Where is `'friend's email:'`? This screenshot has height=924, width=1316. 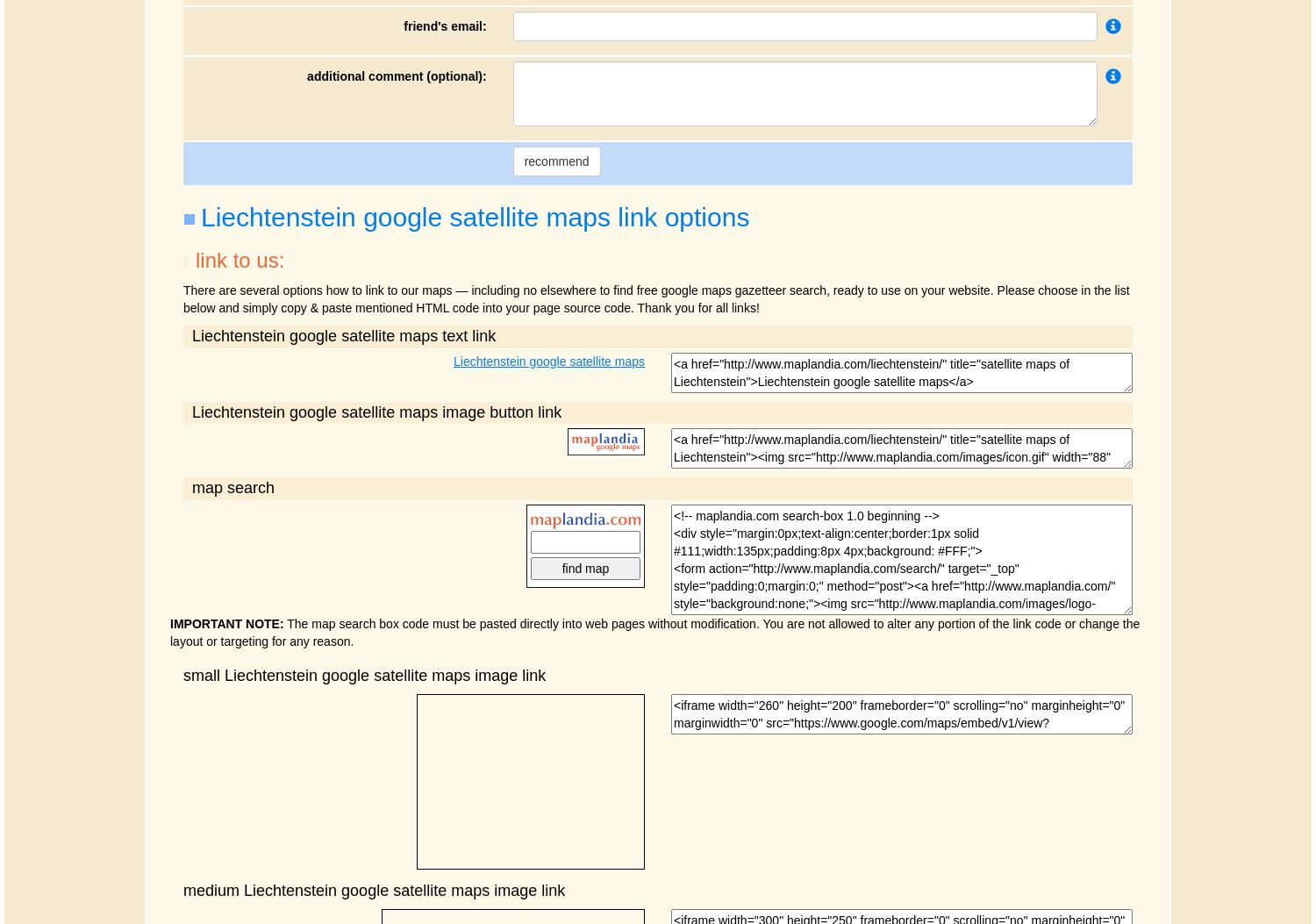 'friend's email:' is located at coordinates (445, 26).